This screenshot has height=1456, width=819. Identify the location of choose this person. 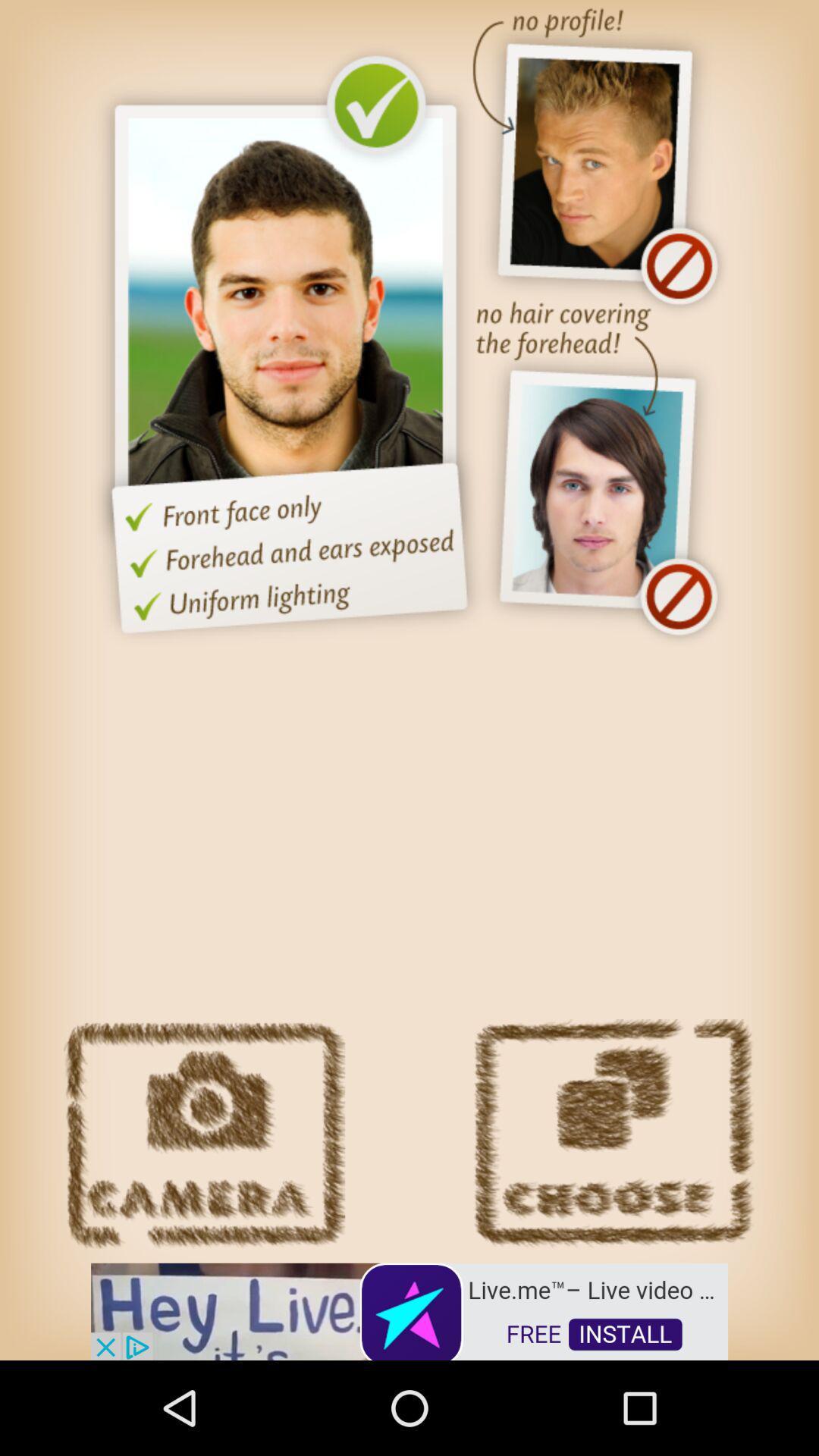
(613, 1134).